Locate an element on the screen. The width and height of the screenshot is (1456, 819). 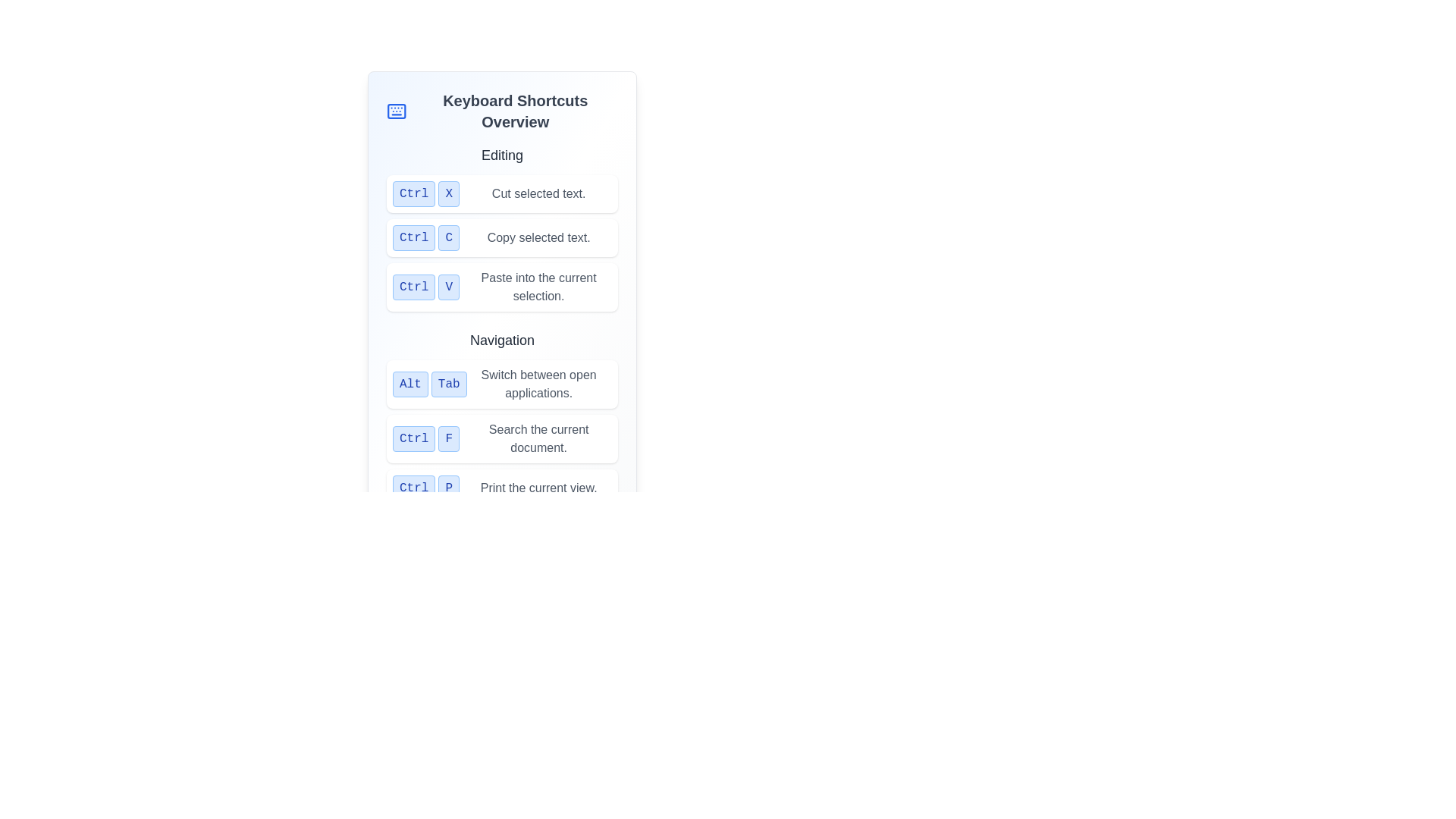
the informational Text Label that describes the functionality of the 'Cut selected text.' shortcut 'Ctrl+X', located under the 'Editing' header is located at coordinates (538, 193).